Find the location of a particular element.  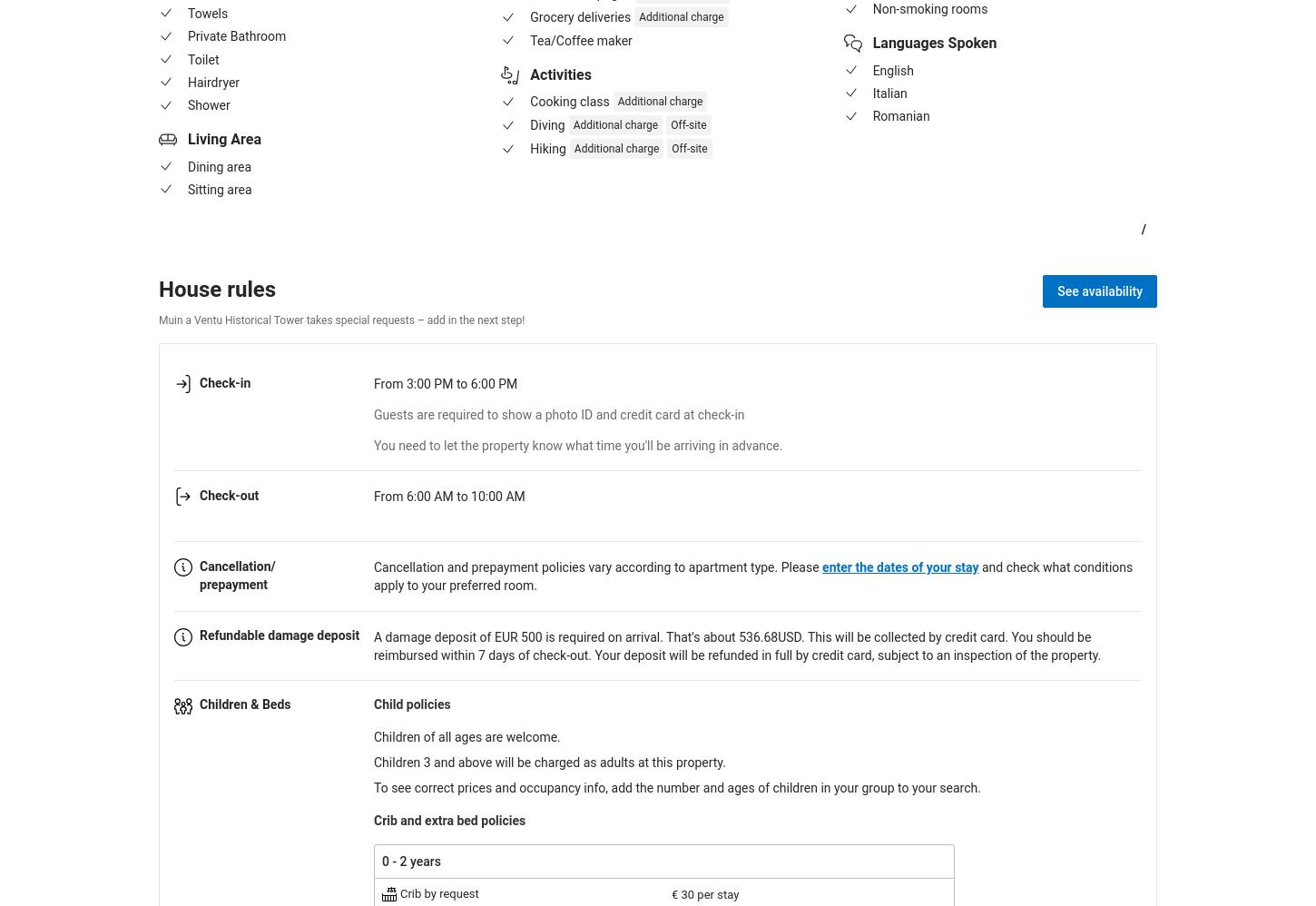

'From 3:00 PM to 6:00 PM' is located at coordinates (445, 383).